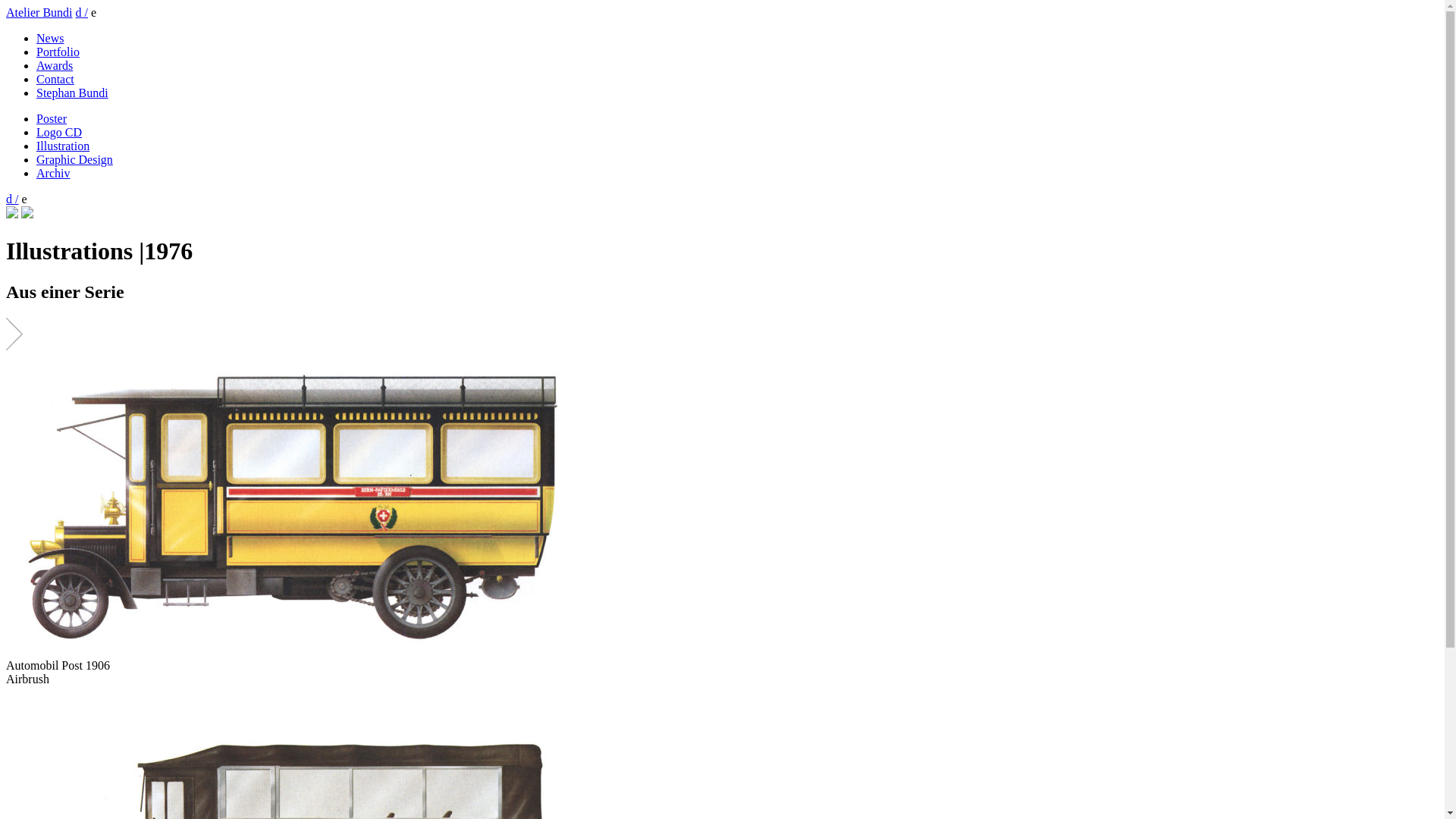 This screenshot has height=819, width=1456. Describe the element at coordinates (11, 198) in the screenshot. I see `'d /'` at that location.